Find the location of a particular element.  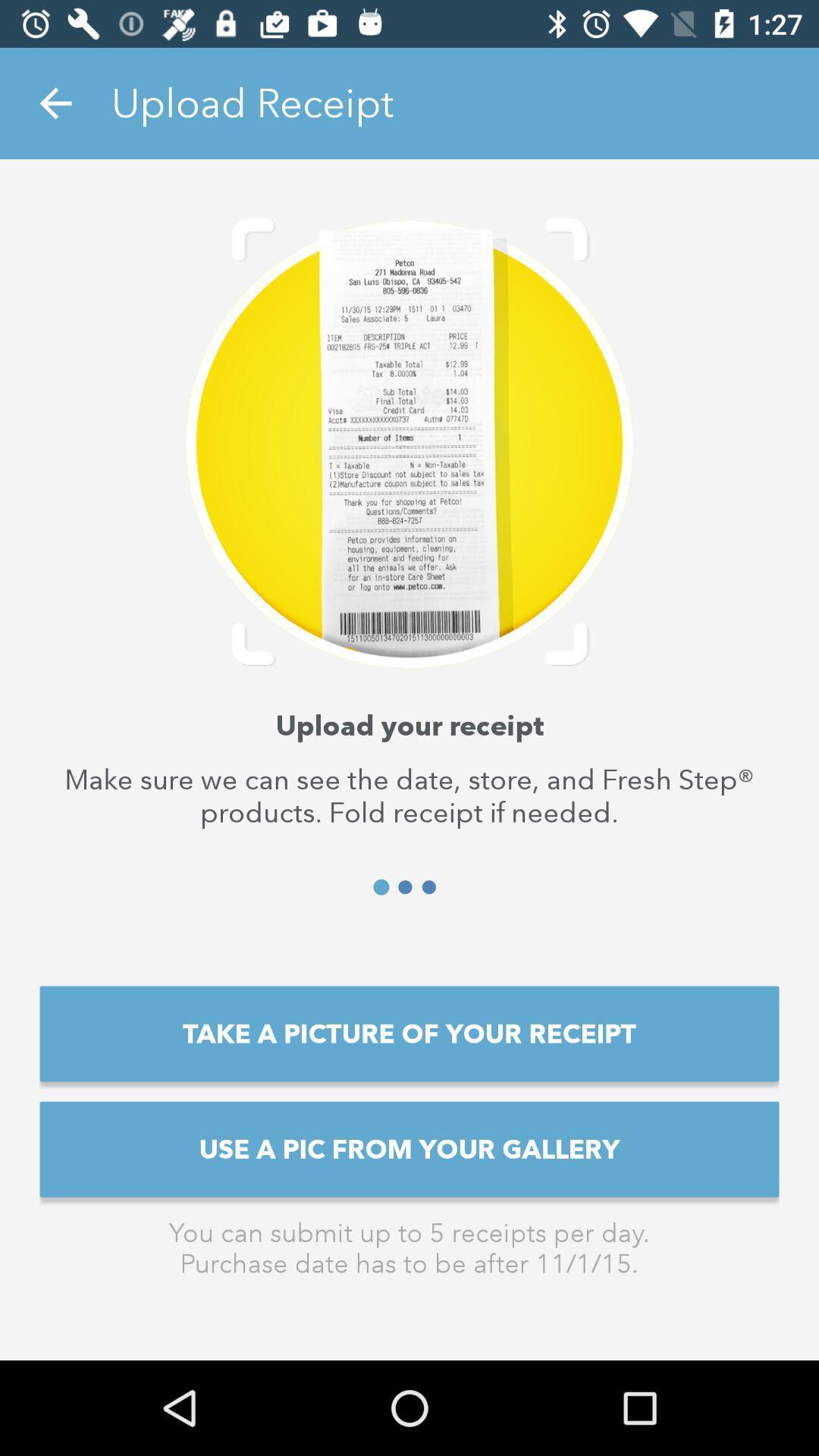

the item above upload your receipt is located at coordinates (55, 102).